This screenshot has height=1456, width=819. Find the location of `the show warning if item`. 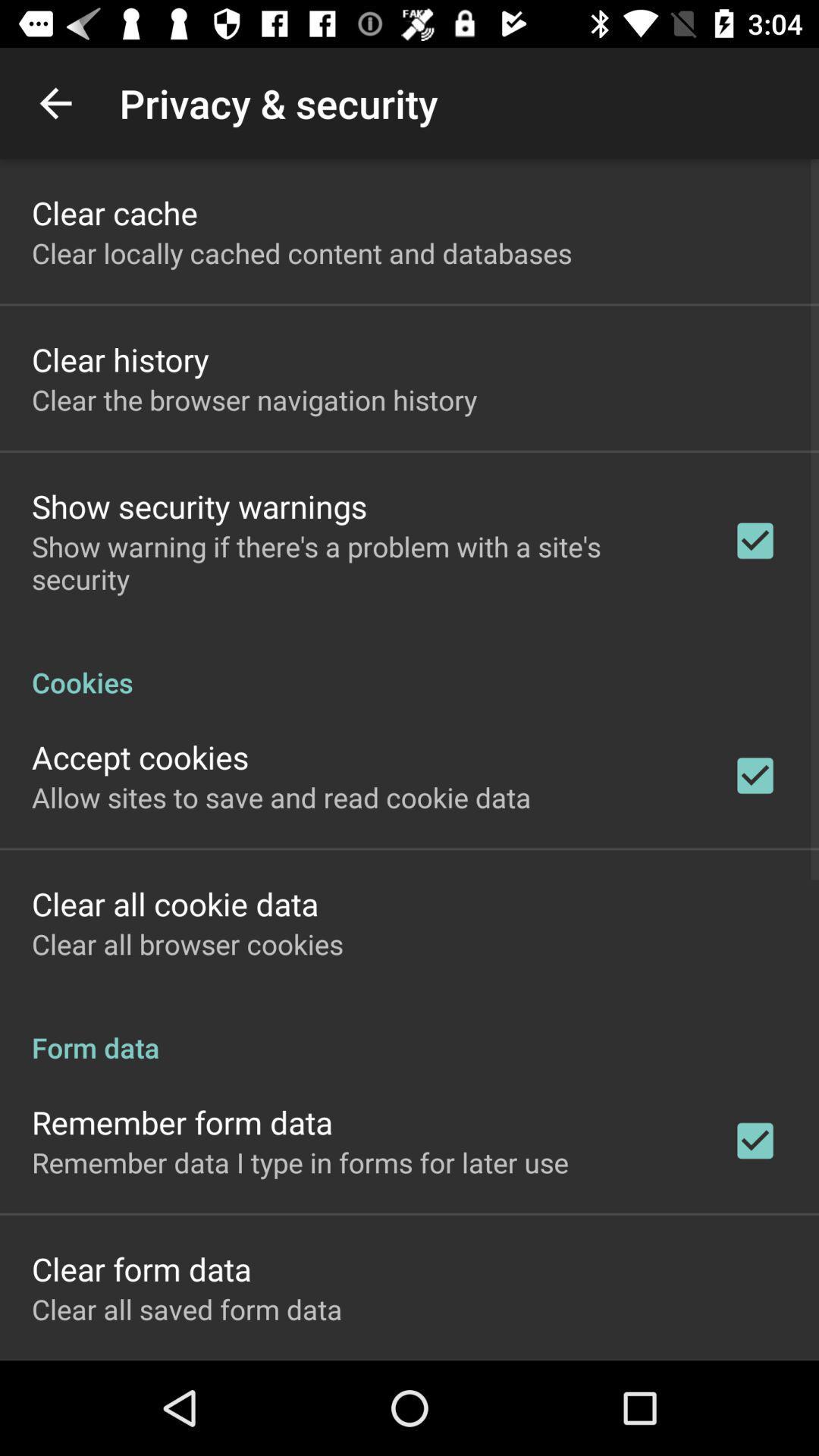

the show warning if item is located at coordinates (362, 562).